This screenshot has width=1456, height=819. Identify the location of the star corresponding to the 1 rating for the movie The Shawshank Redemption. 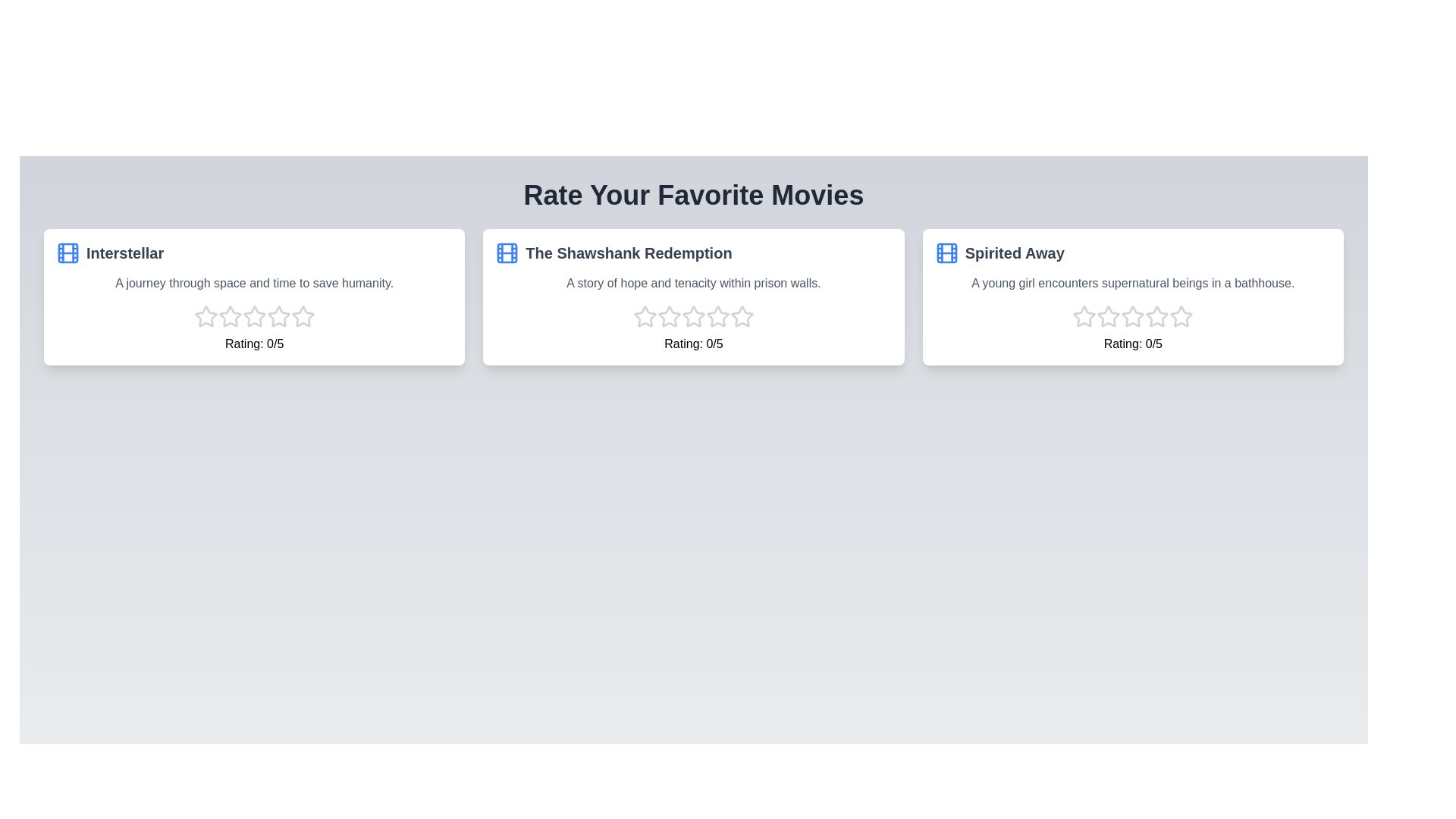
(645, 315).